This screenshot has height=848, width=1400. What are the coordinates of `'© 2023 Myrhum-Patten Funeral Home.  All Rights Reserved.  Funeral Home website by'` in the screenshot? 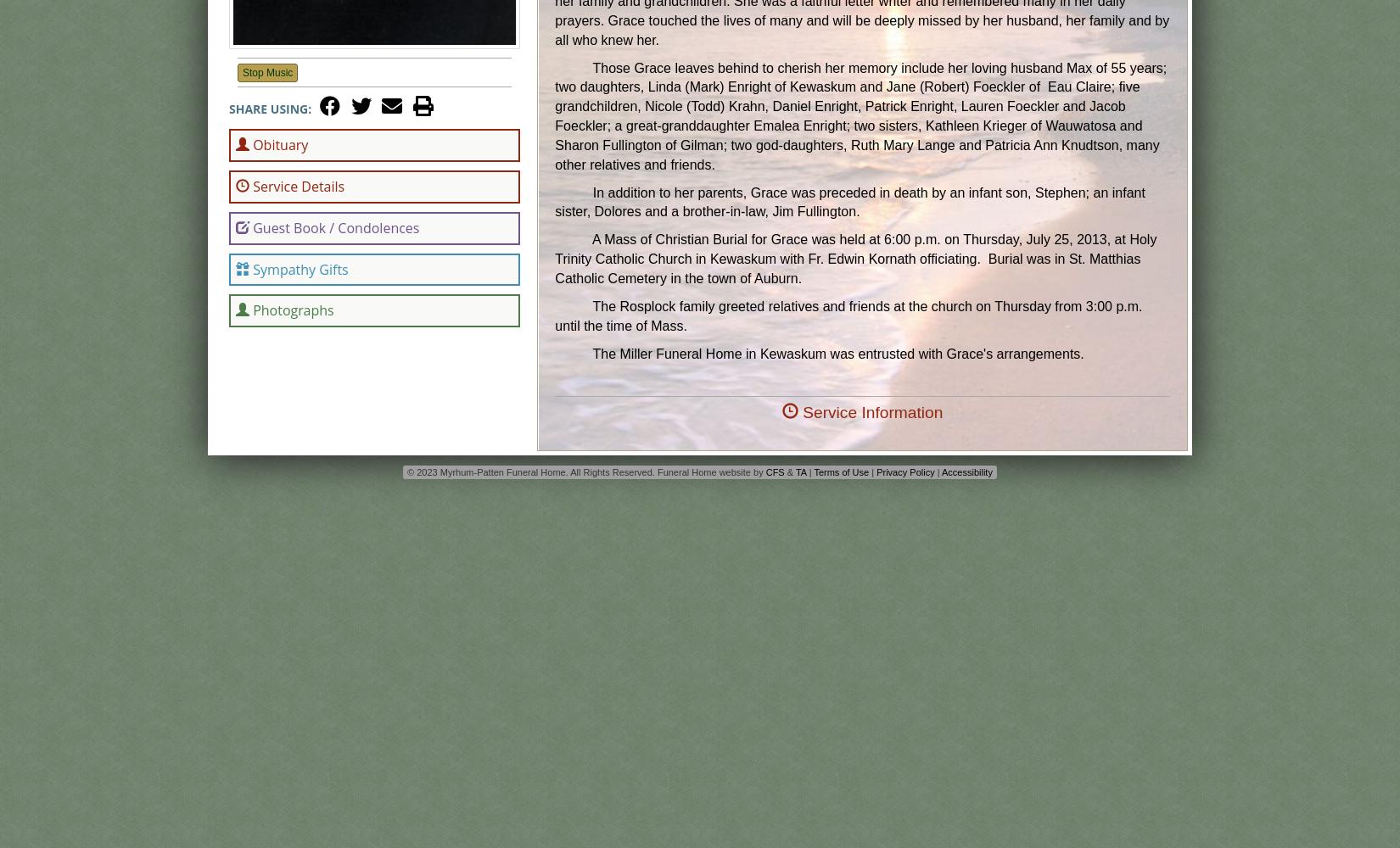 It's located at (406, 471).